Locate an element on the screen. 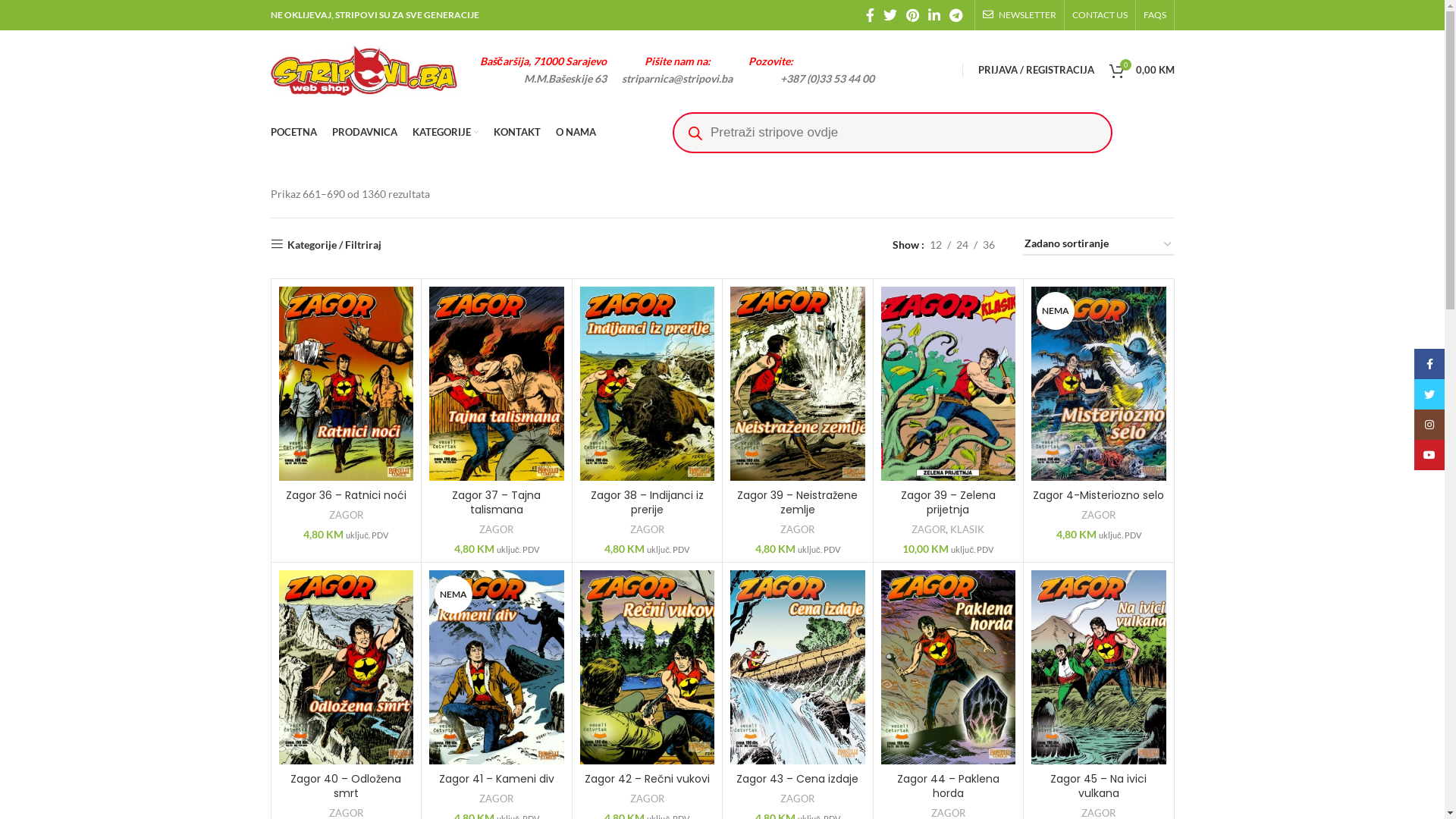 Image resolution: width=1456 pixels, height=819 pixels. 'FAQS' is located at coordinates (1153, 14).